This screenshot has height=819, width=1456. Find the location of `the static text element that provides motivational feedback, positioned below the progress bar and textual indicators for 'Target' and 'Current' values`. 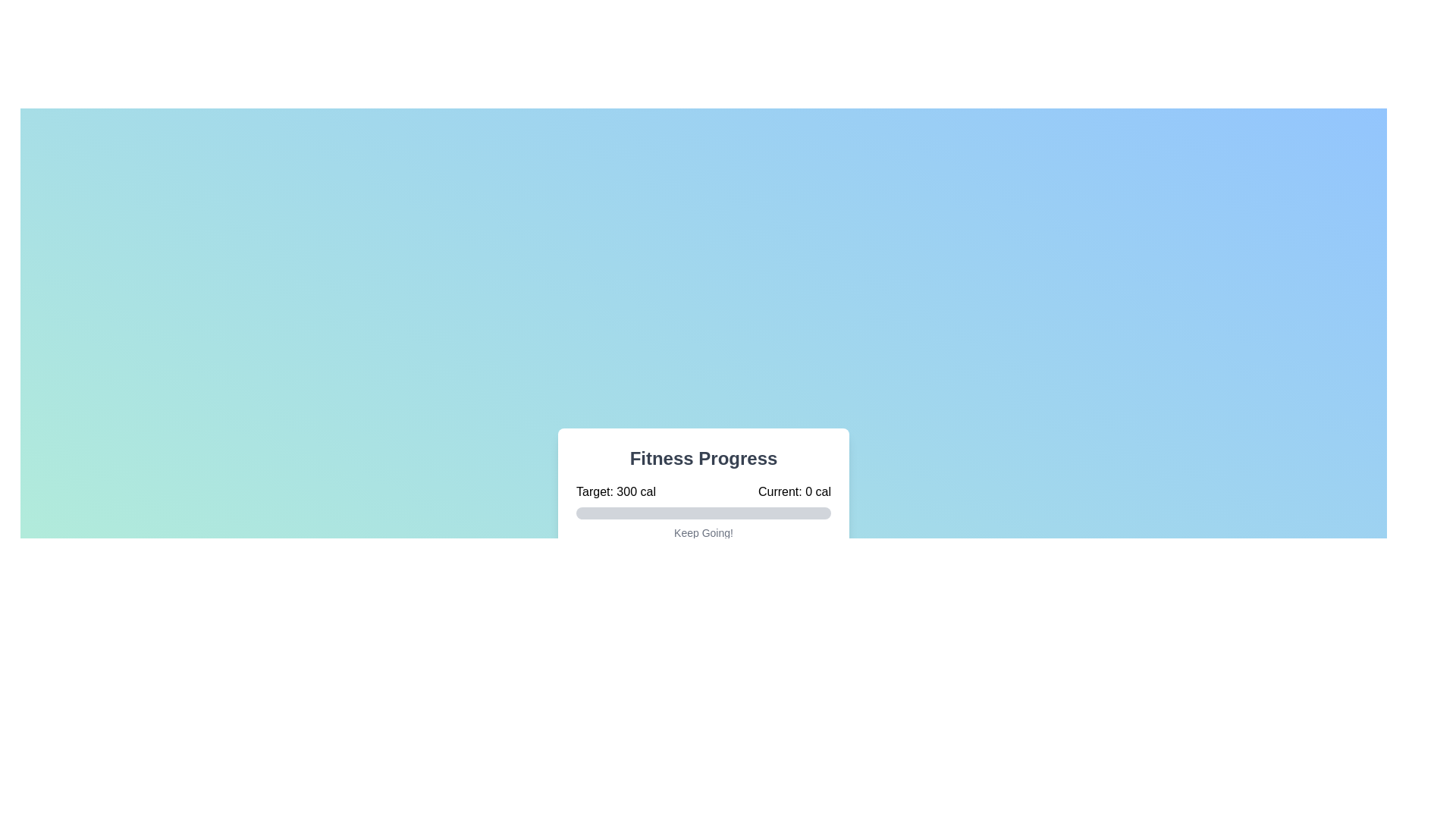

the static text element that provides motivational feedback, positioned below the progress bar and textual indicators for 'Target' and 'Current' values is located at coordinates (702, 532).